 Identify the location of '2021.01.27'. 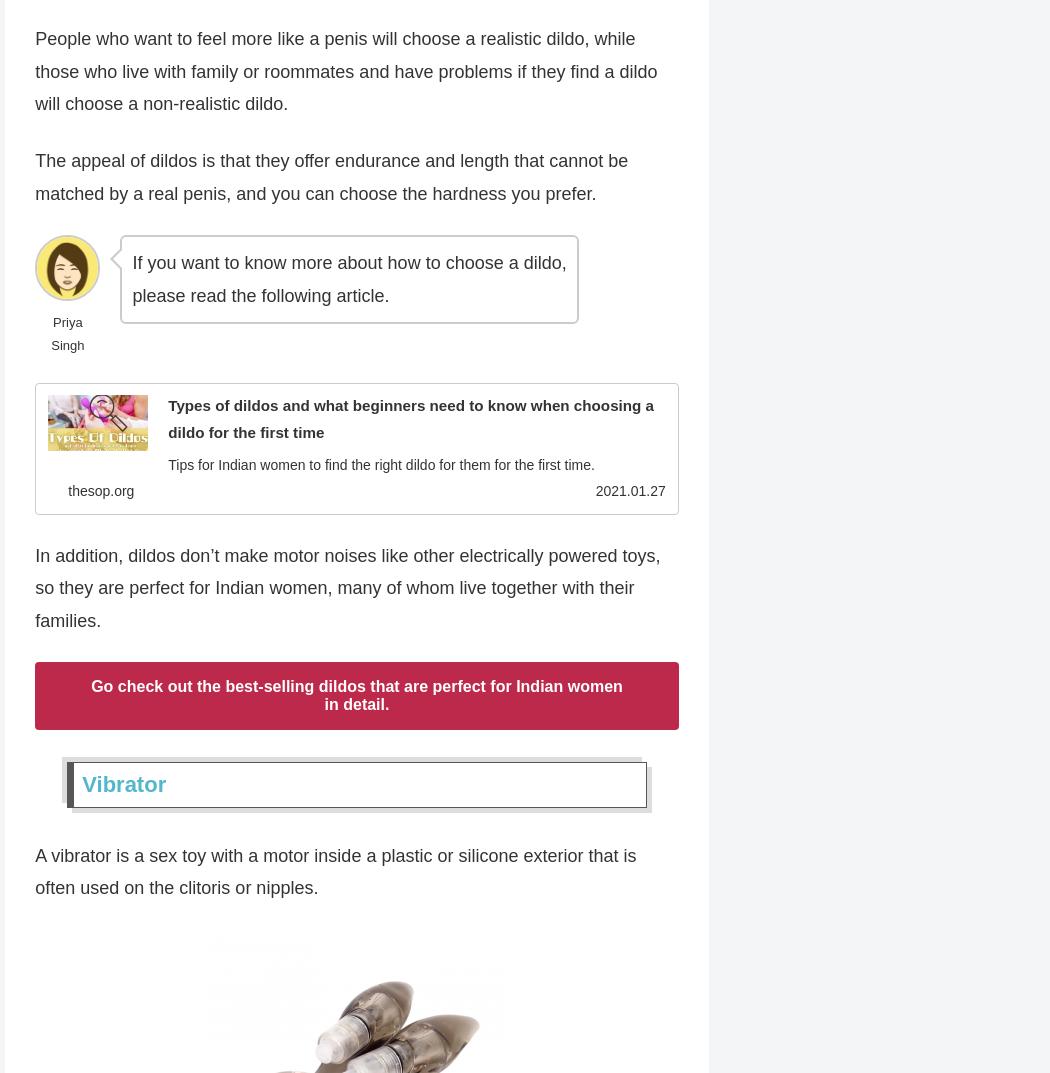
(630, 490).